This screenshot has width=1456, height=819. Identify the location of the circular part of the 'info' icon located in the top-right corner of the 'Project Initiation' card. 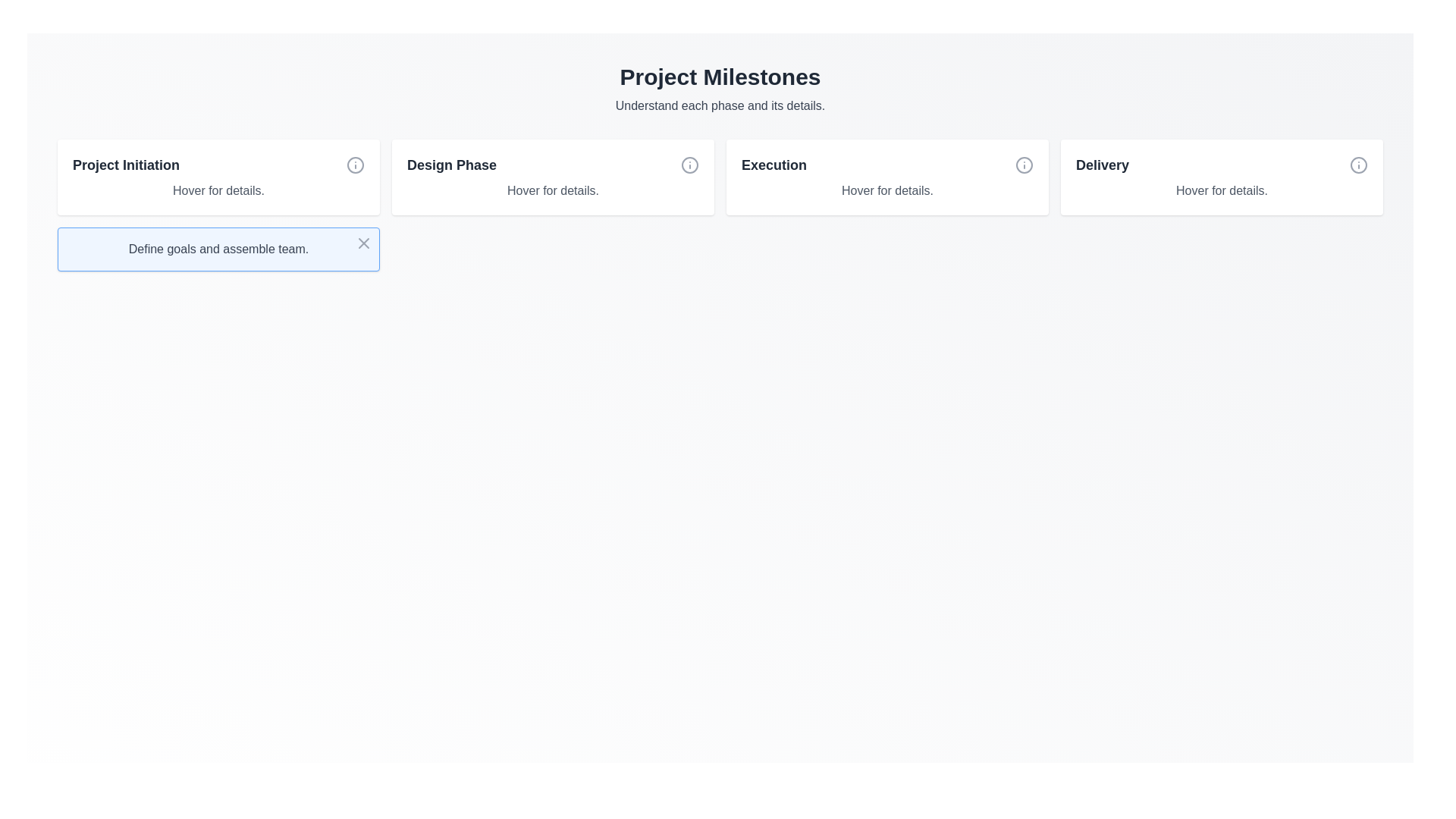
(355, 165).